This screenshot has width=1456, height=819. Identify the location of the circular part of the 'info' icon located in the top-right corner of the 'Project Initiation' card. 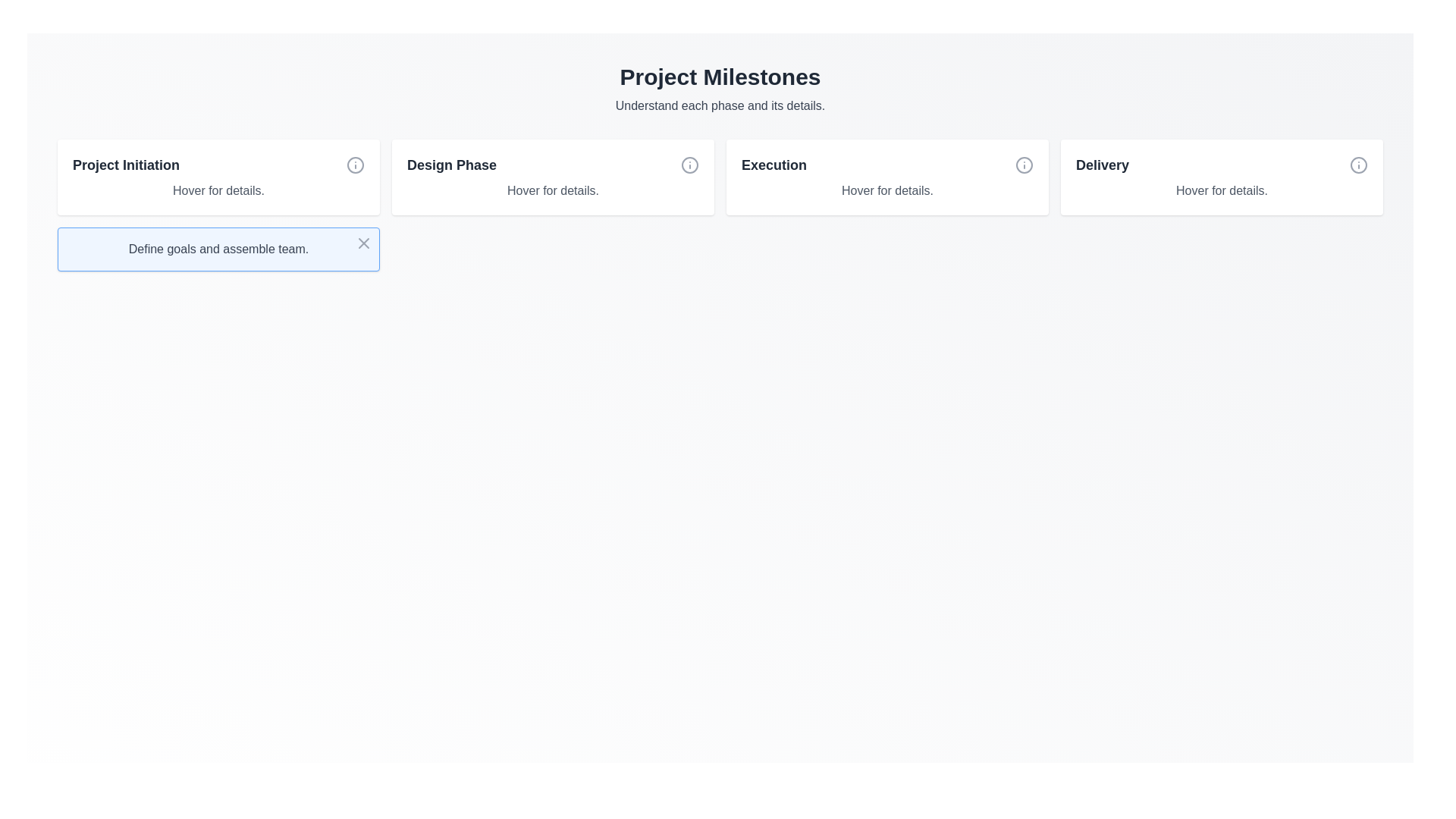
(355, 165).